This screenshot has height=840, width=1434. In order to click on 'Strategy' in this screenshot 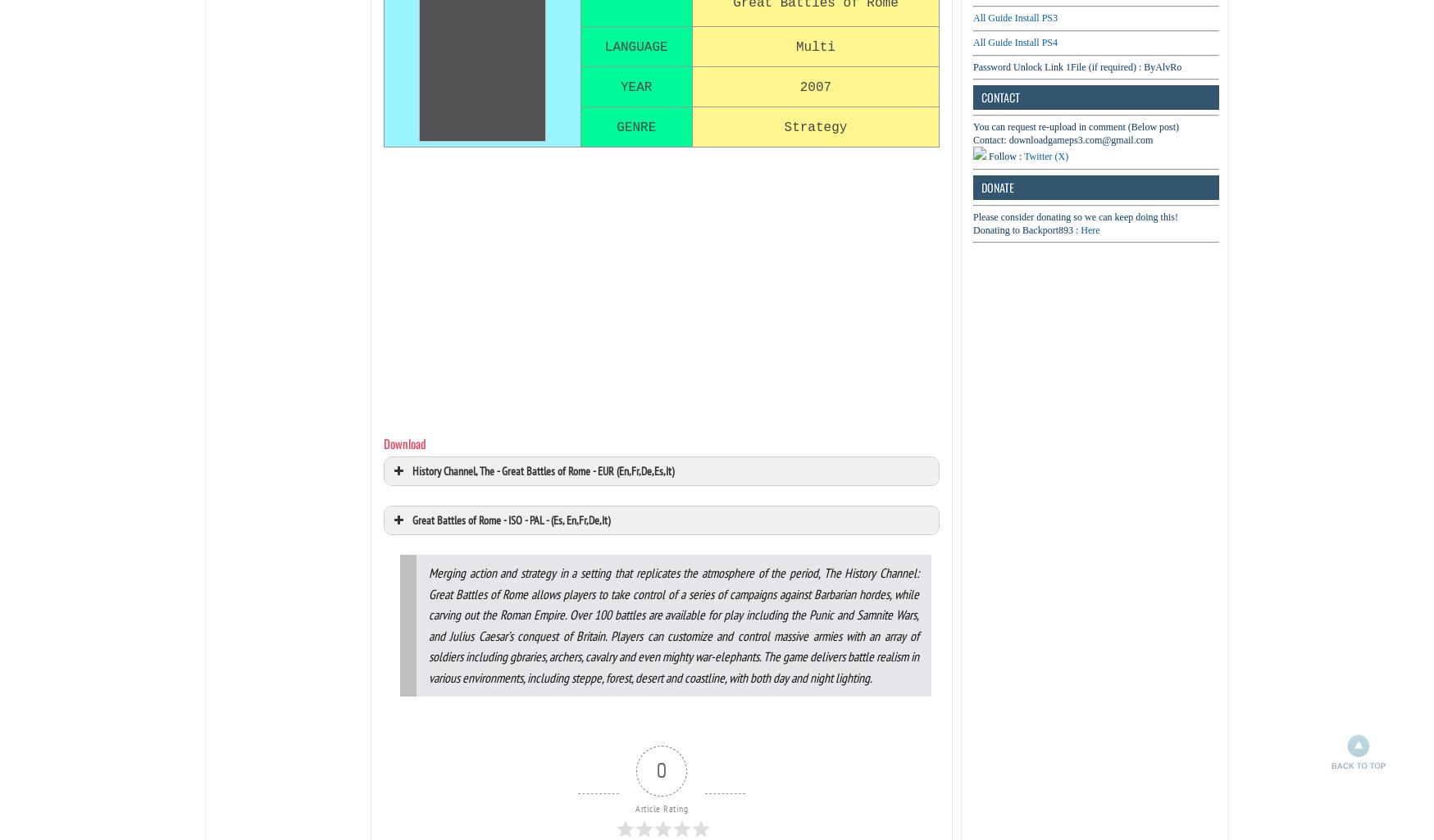, I will do `click(814, 125)`.